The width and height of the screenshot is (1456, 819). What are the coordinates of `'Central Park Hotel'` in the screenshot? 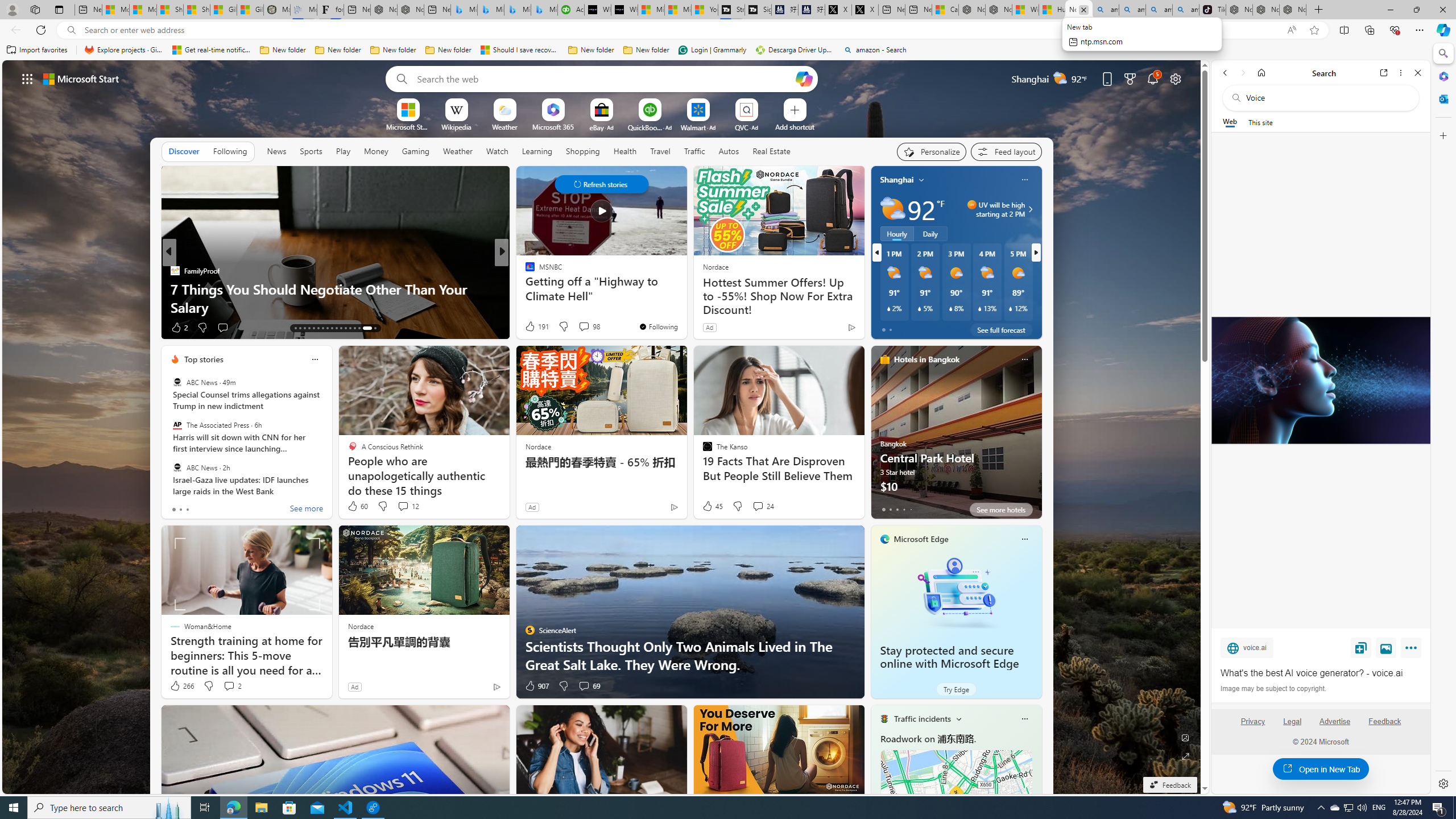 It's located at (955, 436).